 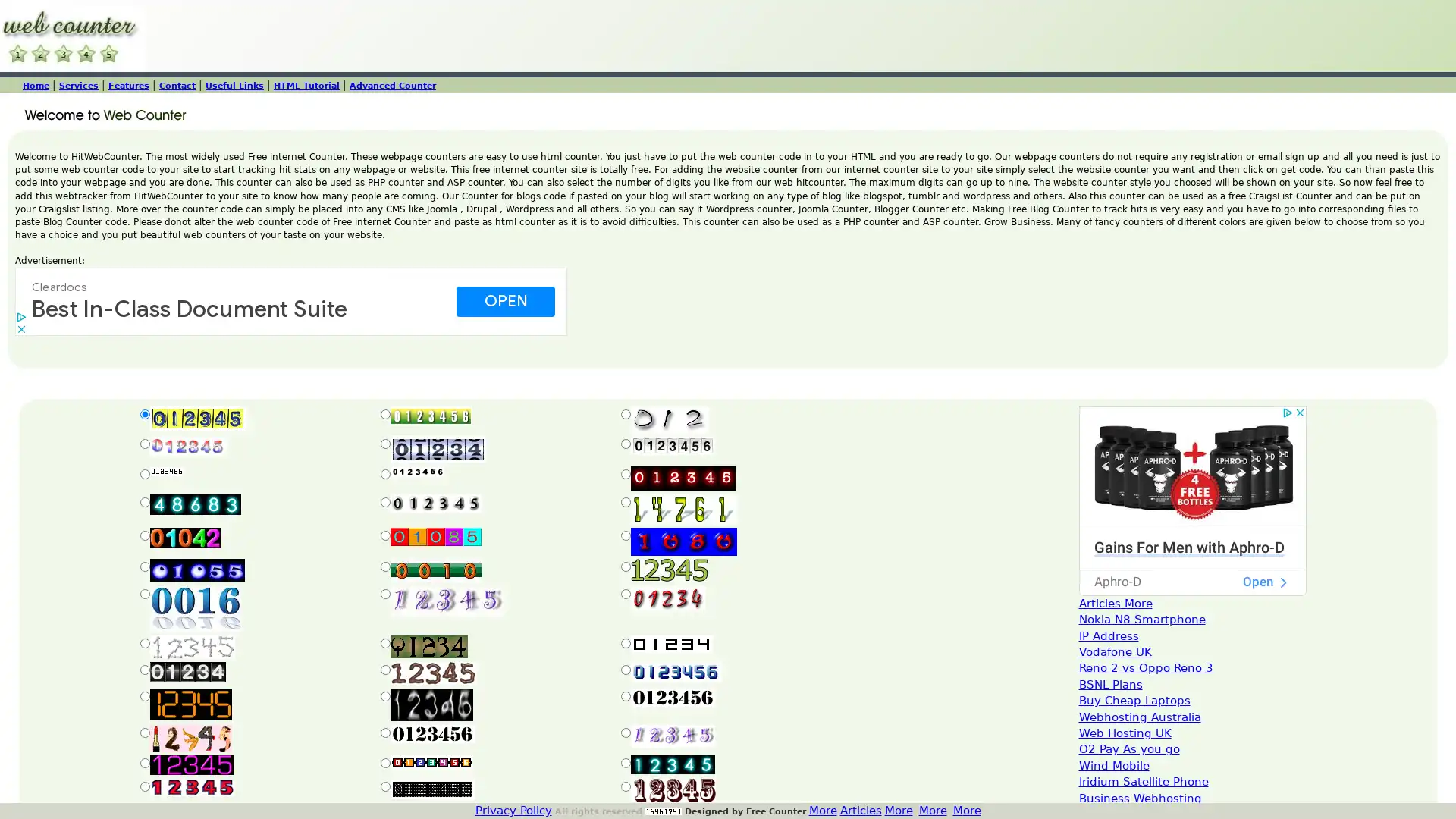 What do you see at coordinates (192, 786) in the screenshot?
I see `Submit` at bounding box center [192, 786].